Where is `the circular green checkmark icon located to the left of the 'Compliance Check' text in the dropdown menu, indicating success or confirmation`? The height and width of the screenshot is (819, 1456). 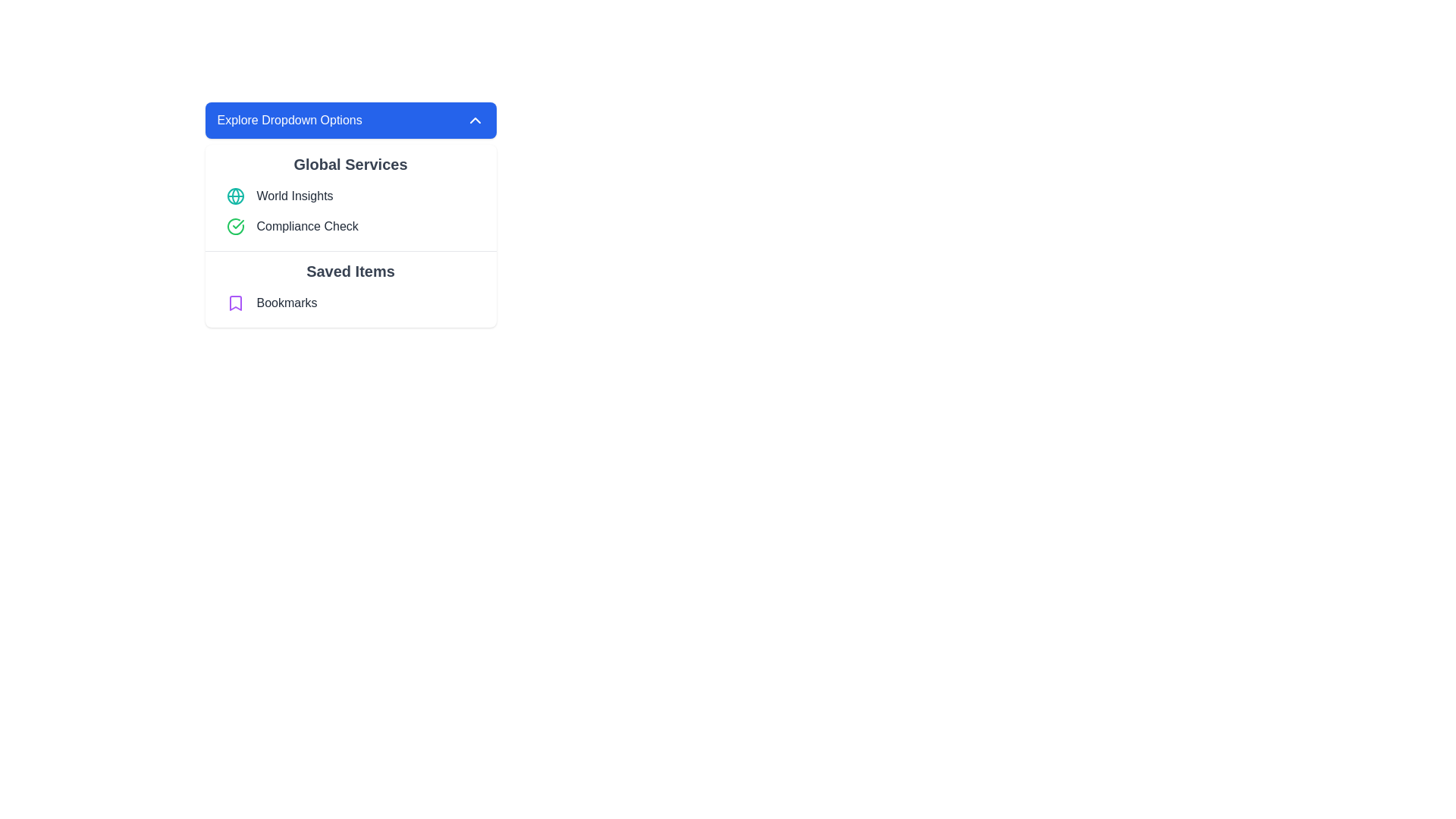
the circular green checkmark icon located to the left of the 'Compliance Check' text in the dropdown menu, indicating success or confirmation is located at coordinates (234, 227).